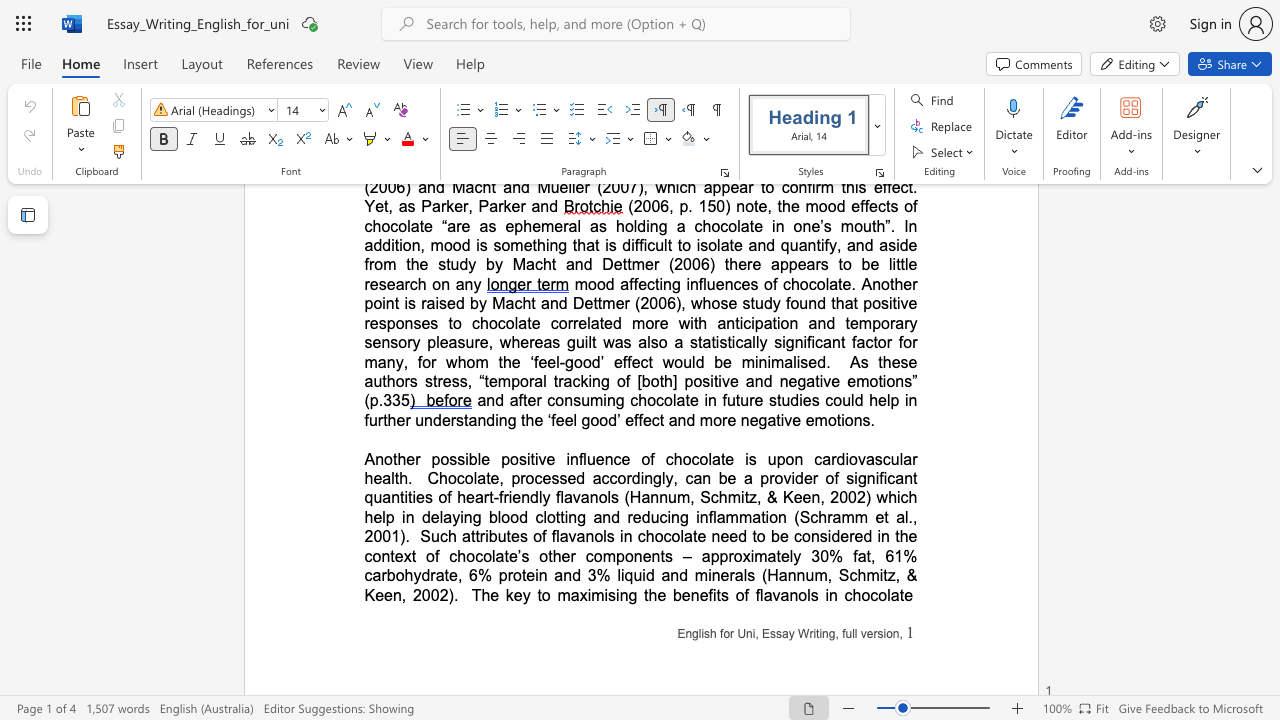 This screenshot has width=1280, height=720. Describe the element at coordinates (827, 516) in the screenshot. I see `the subset text "ramm et al." within the text "Chocolate, processed accordingly, can be a provider of significant quantities of heart-friendly flavanols (Hannum, Schmitz, & Keen, 2002) which help in delaying blood clotting and reducing inflammation (Schramm et al., 2001)"` at that location.